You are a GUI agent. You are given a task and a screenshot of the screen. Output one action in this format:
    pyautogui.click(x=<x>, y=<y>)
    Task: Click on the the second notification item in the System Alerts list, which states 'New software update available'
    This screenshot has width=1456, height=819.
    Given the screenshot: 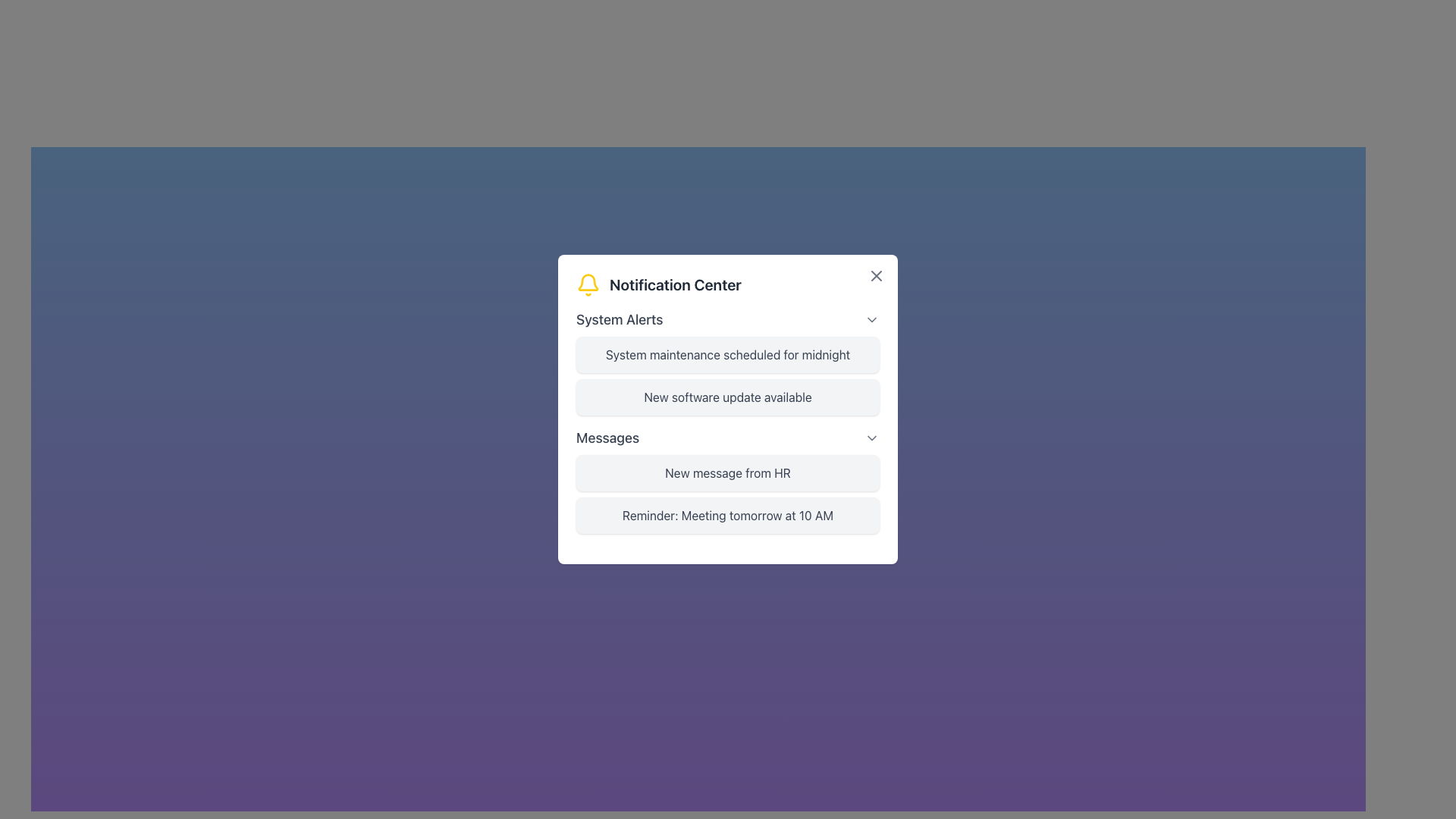 What is the action you would take?
    pyautogui.click(x=728, y=409)
    